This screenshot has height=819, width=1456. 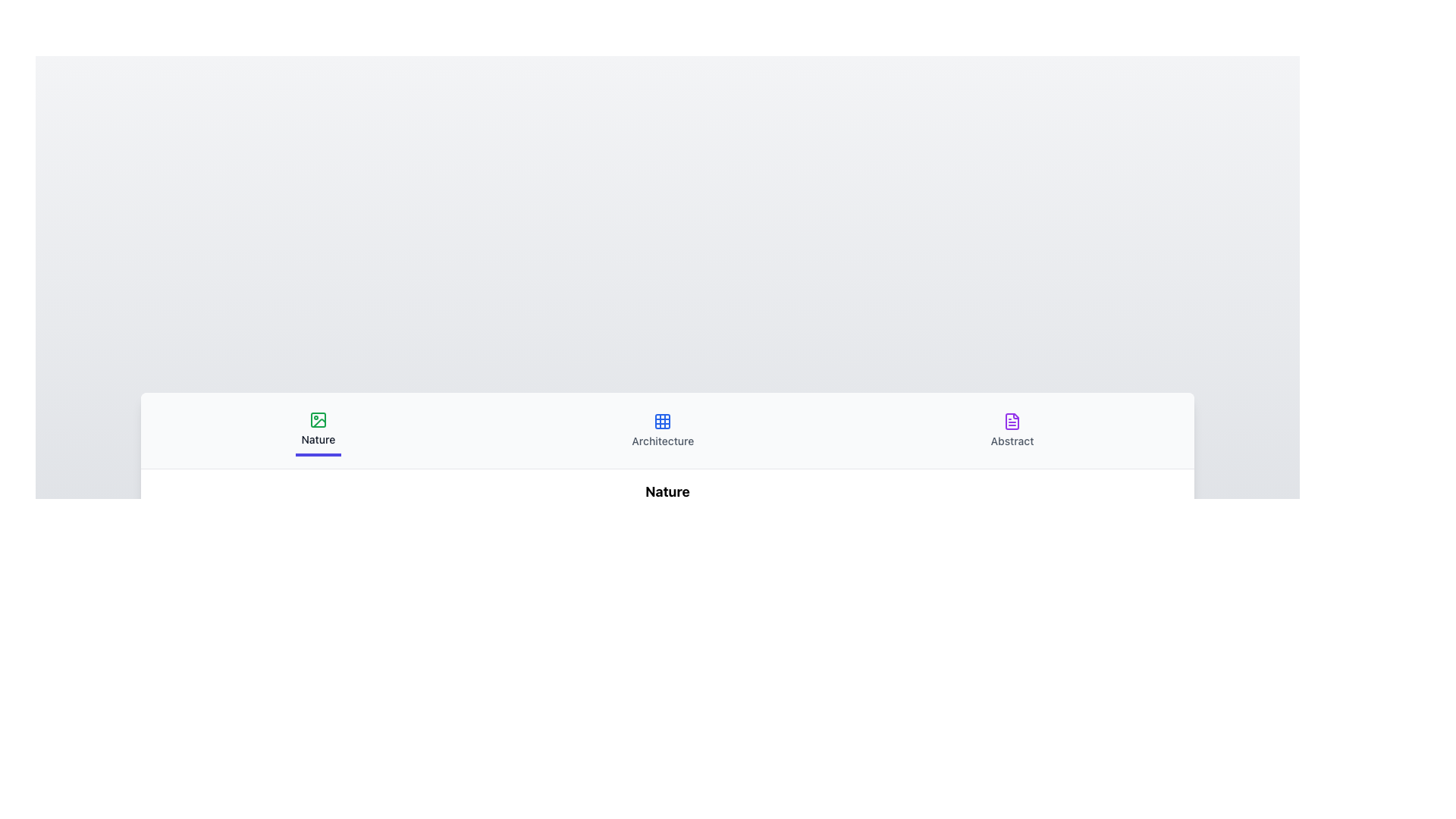 I want to click on the 'Architecture' category tab icon, so click(x=663, y=421).